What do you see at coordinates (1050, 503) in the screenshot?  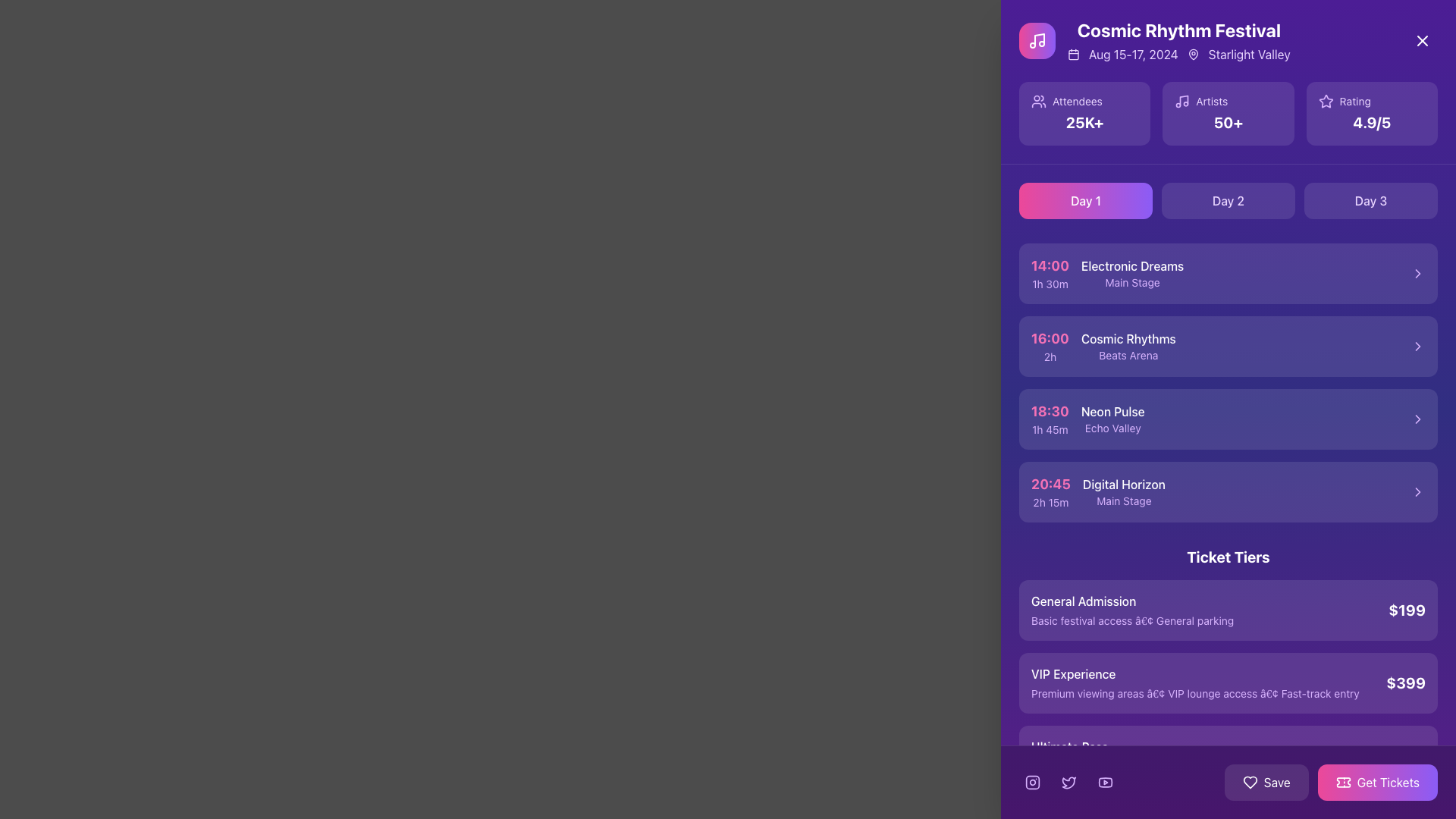 I see `the static text displaying '2h 15m' styled in light purple on a dark purple background, located below the larger timestamp '20:45' within the 'Digital Horizon' event card` at bounding box center [1050, 503].